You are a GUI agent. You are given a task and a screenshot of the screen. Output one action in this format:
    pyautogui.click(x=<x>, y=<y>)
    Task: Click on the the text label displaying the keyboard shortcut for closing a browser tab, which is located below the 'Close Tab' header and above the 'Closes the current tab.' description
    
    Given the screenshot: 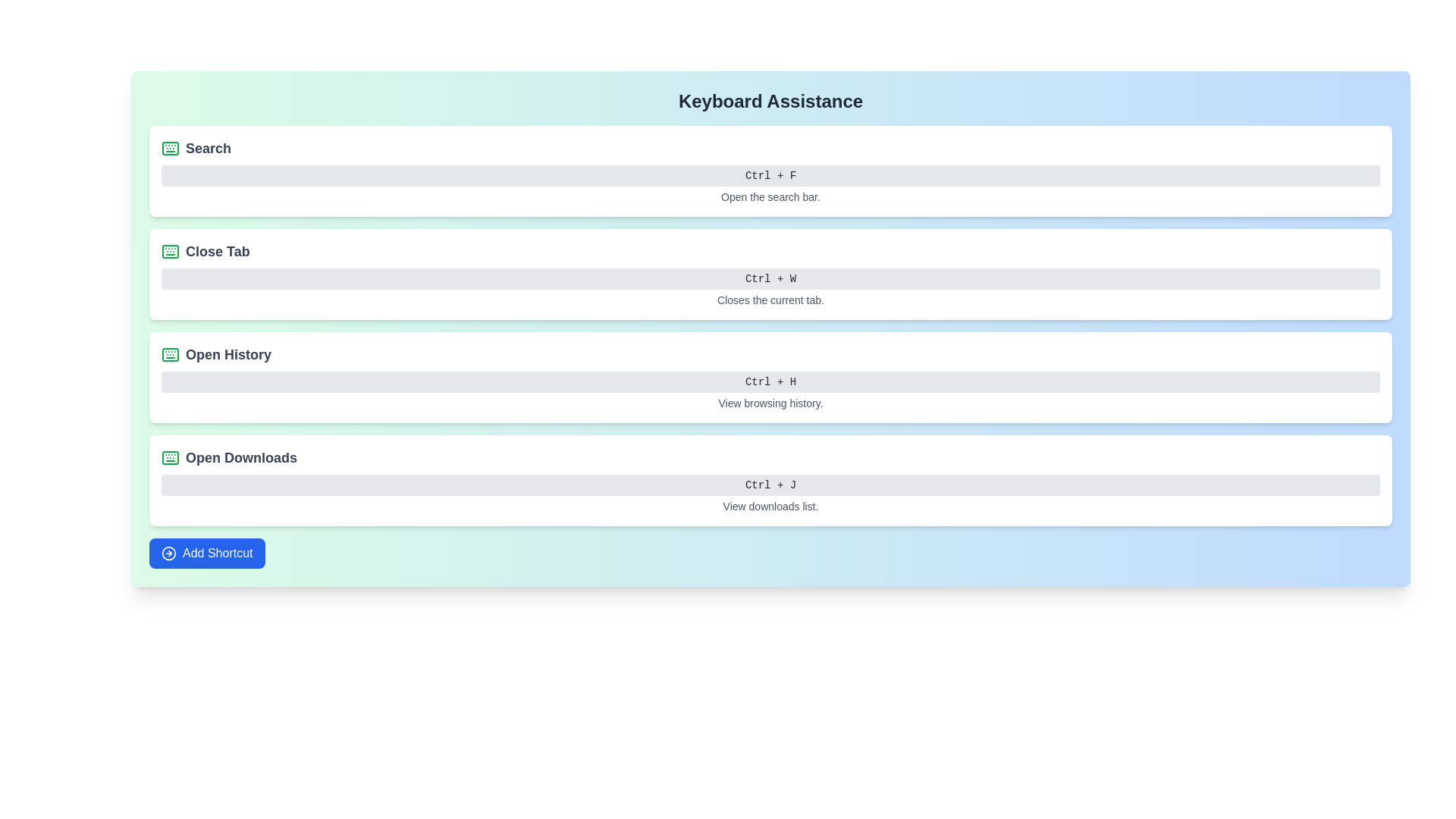 What is the action you would take?
    pyautogui.click(x=770, y=278)
    